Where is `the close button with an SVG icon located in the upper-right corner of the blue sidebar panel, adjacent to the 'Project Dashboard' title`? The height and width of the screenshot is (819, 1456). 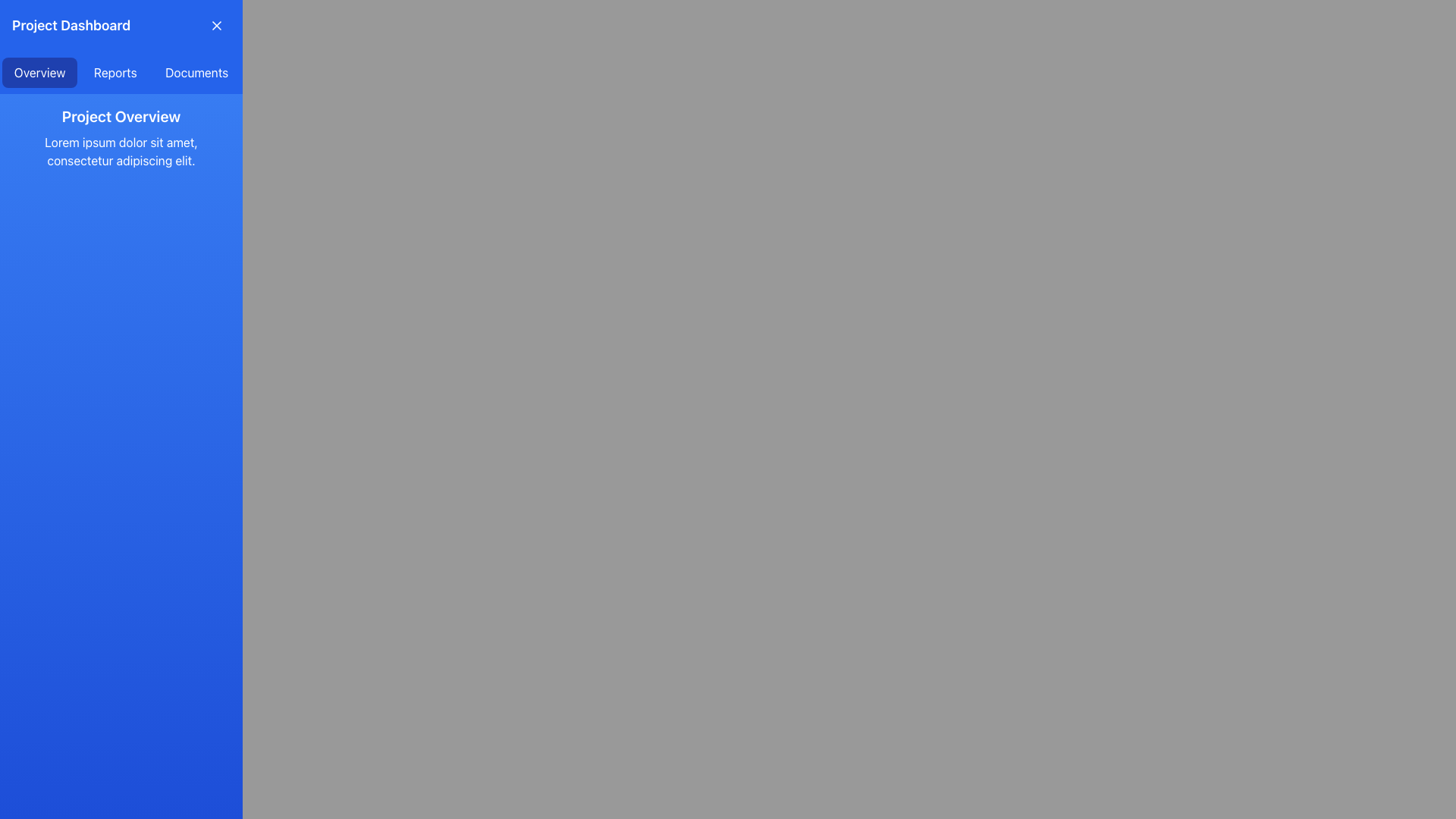 the close button with an SVG icon located in the upper-right corner of the blue sidebar panel, adjacent to the 'Project Dashboard' title is located at coordinates (216, 26).